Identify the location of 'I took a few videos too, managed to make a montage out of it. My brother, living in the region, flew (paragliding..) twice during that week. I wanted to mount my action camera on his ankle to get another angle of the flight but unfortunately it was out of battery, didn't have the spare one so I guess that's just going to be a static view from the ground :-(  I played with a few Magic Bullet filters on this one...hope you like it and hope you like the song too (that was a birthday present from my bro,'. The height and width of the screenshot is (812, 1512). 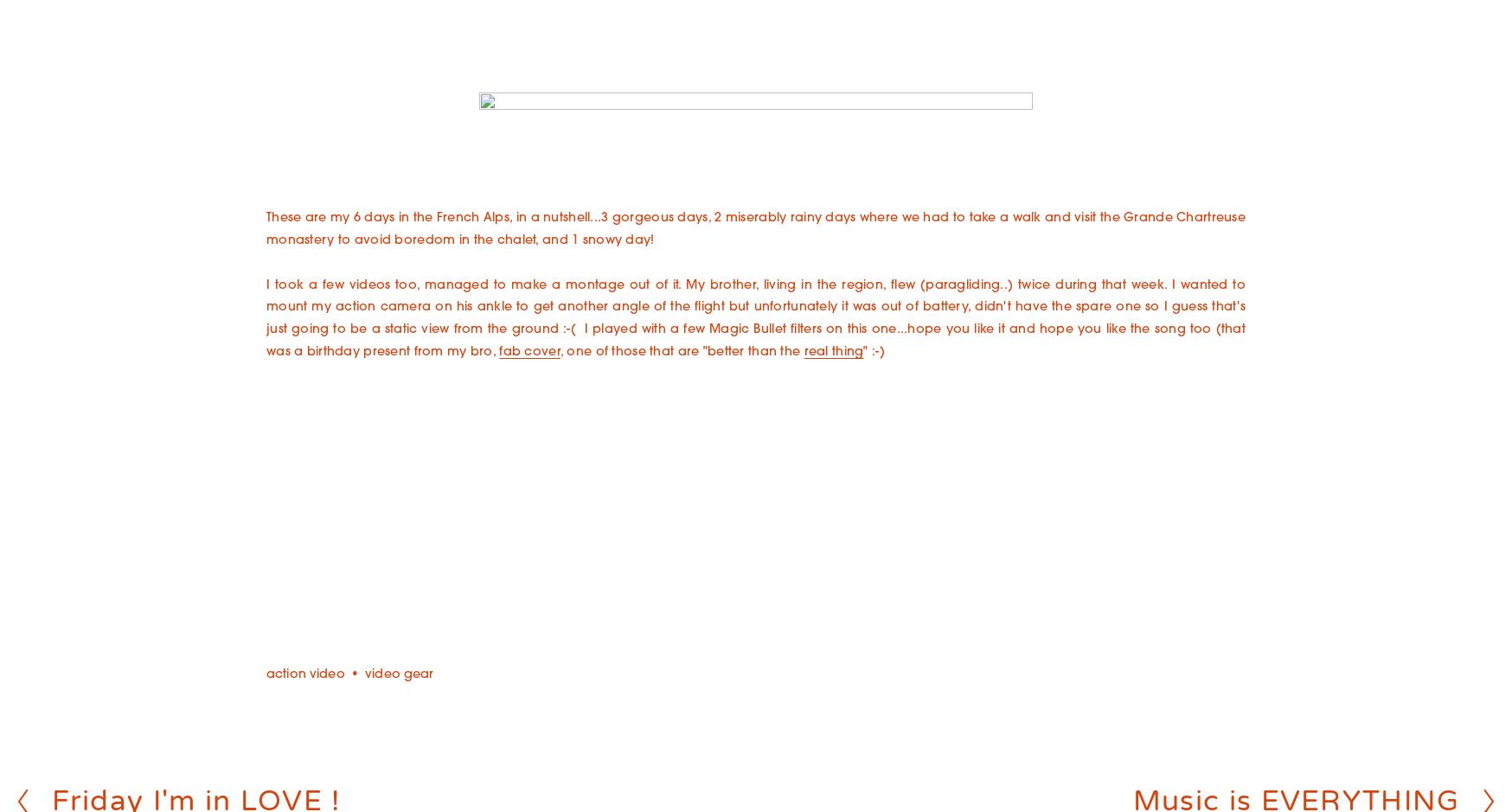
(756, 317).